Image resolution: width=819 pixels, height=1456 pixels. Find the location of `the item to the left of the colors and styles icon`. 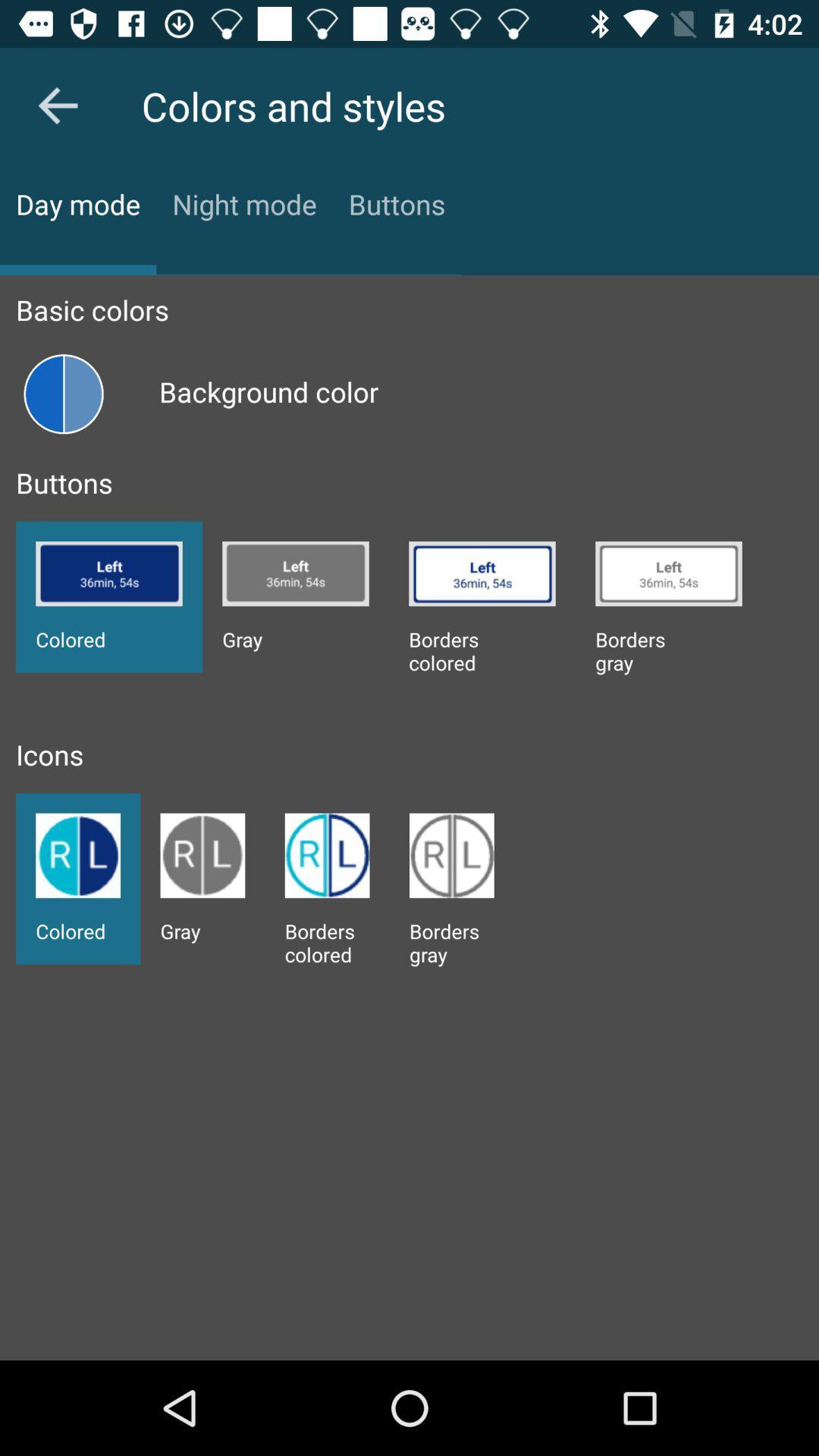

the item to the left of the colors and styles icon is located at coordinates (57, 105).